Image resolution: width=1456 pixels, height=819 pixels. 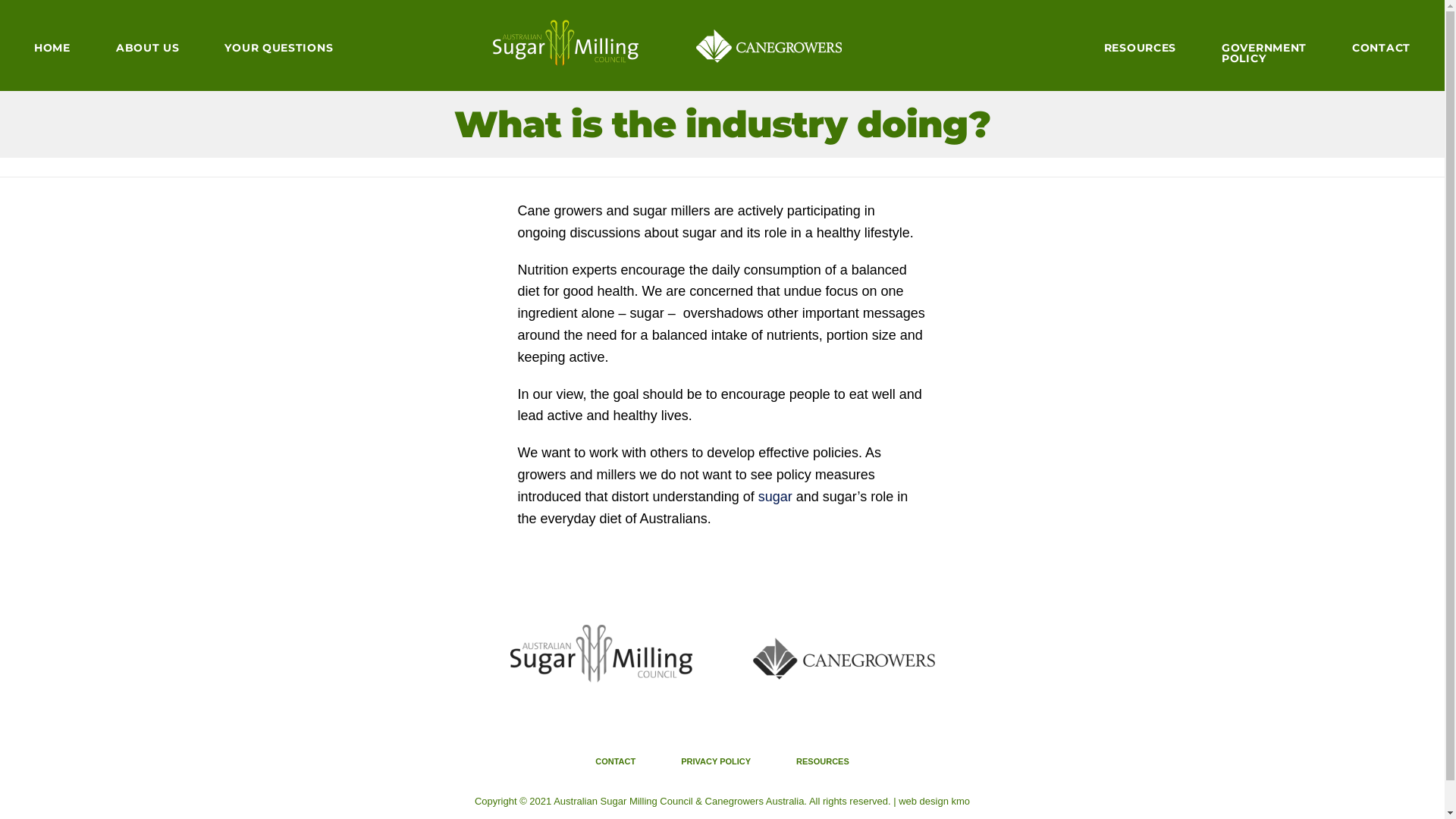 I want to click on 'RESOURCES', so click(x=1140, y=45).